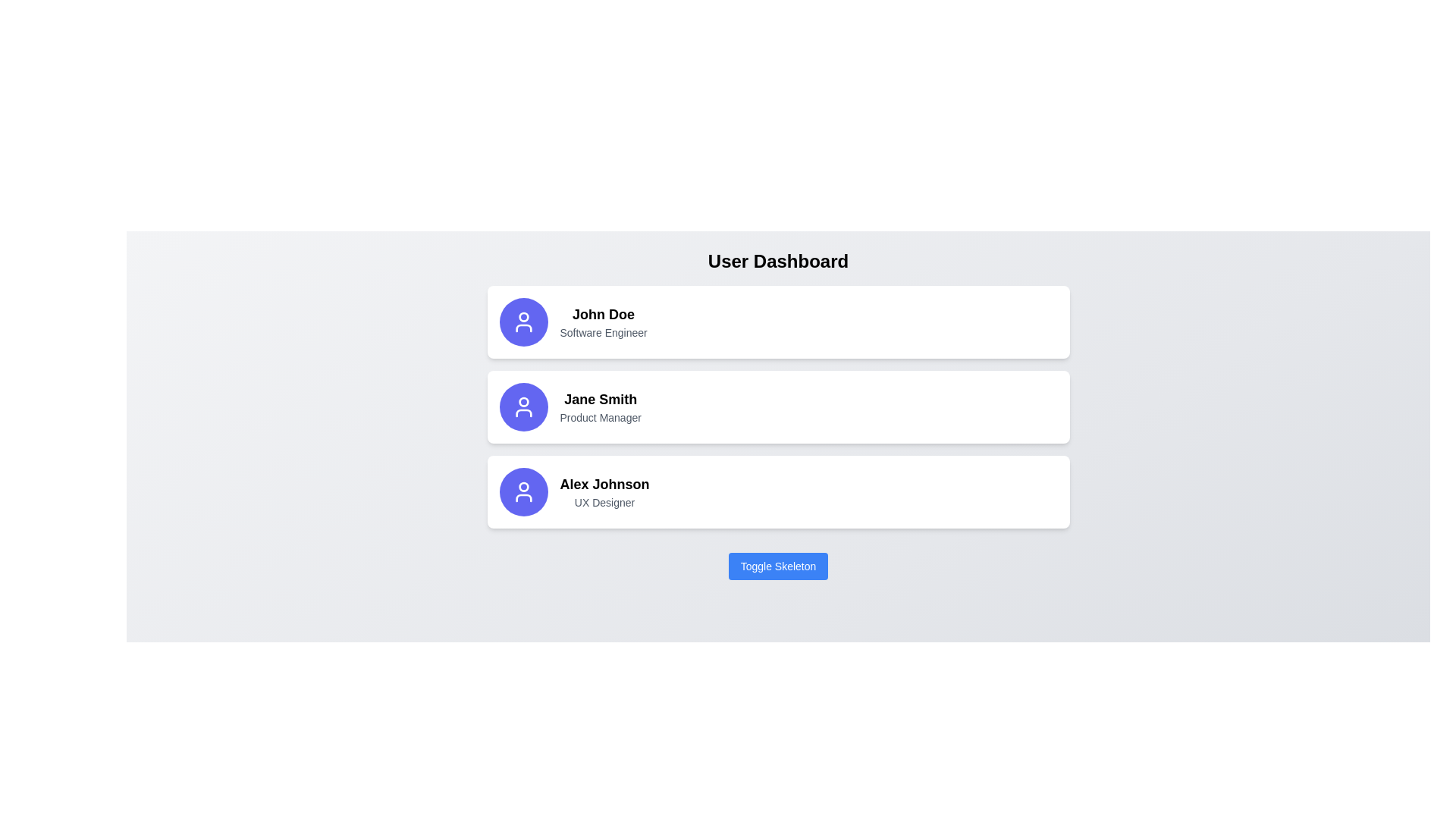  I want to click on the Text Label that serves as the title for the user dashboard, located at the top center of the interface above user profiles, so click(778, 260).